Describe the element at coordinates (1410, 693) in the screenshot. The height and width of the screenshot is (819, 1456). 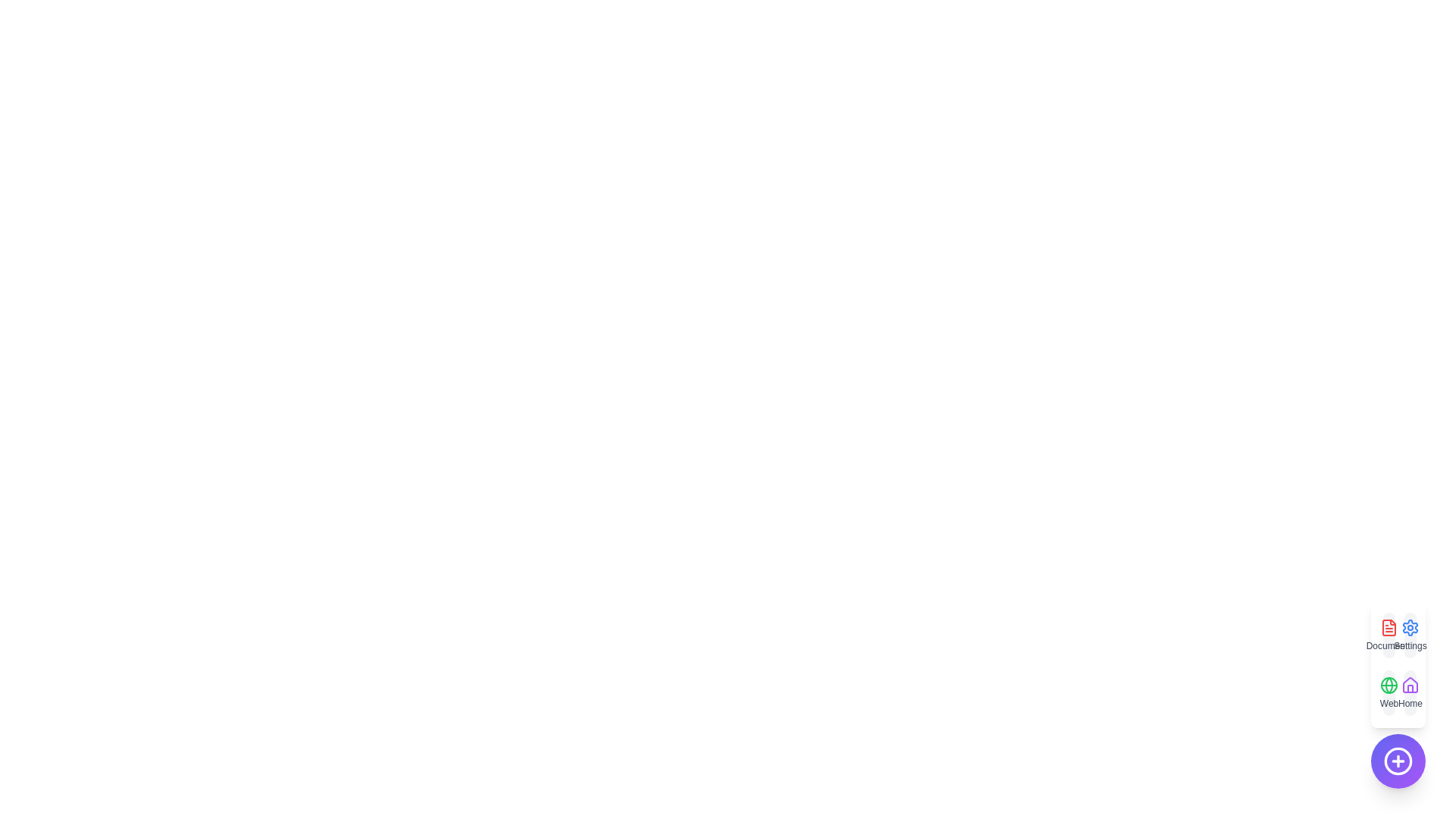
I see `the Home option in the EnhancedSpeedDial component` at that location.